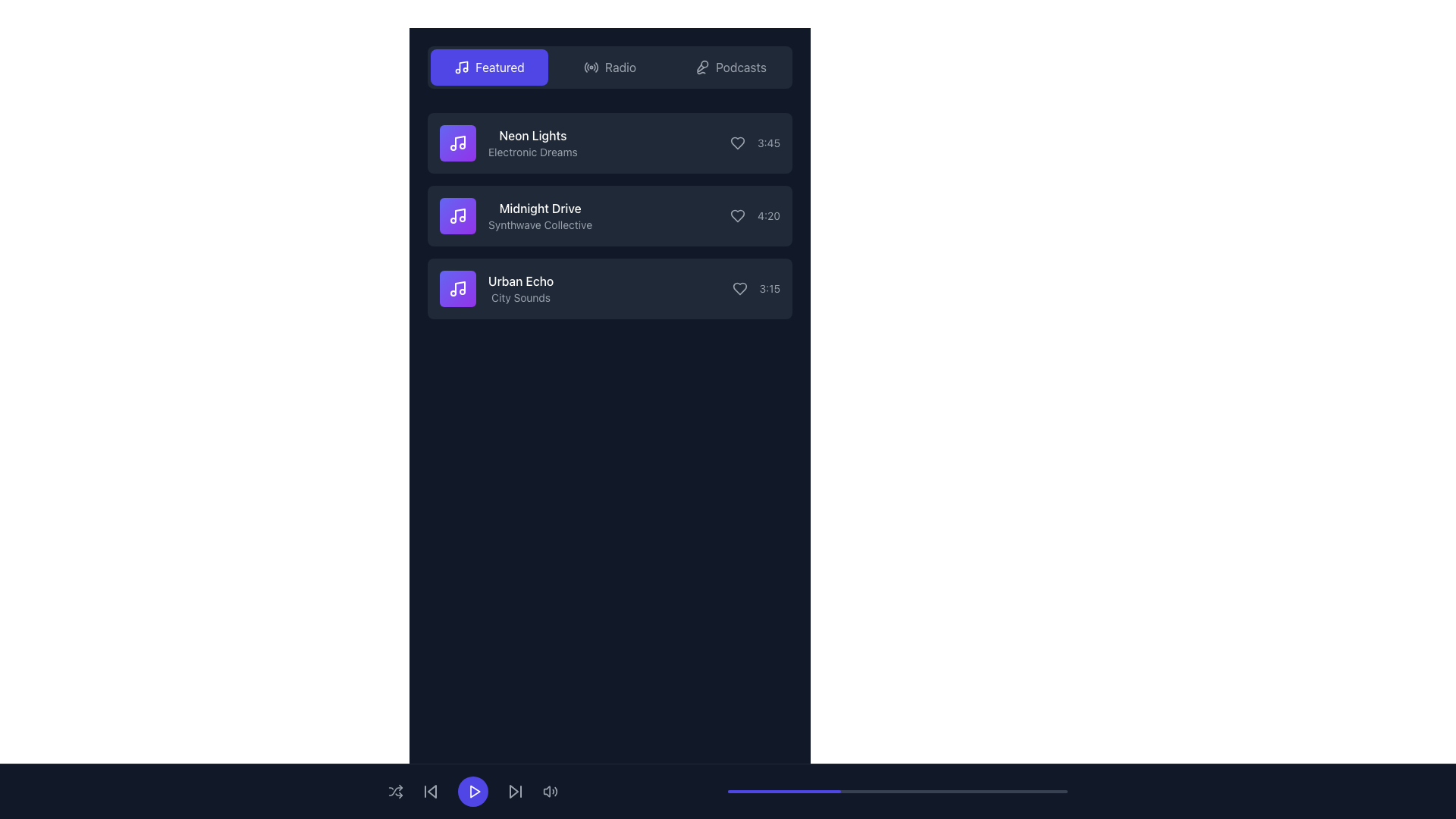 Image resolution: width=1456 pixels, height=819 pixels. Describe the element at coordinates (459, 142) in the screenshot. I see `the visual representation of the music note icon associated with the 'Neon Lights' item, which includes the main vertical line and the upper note portion` at that location.